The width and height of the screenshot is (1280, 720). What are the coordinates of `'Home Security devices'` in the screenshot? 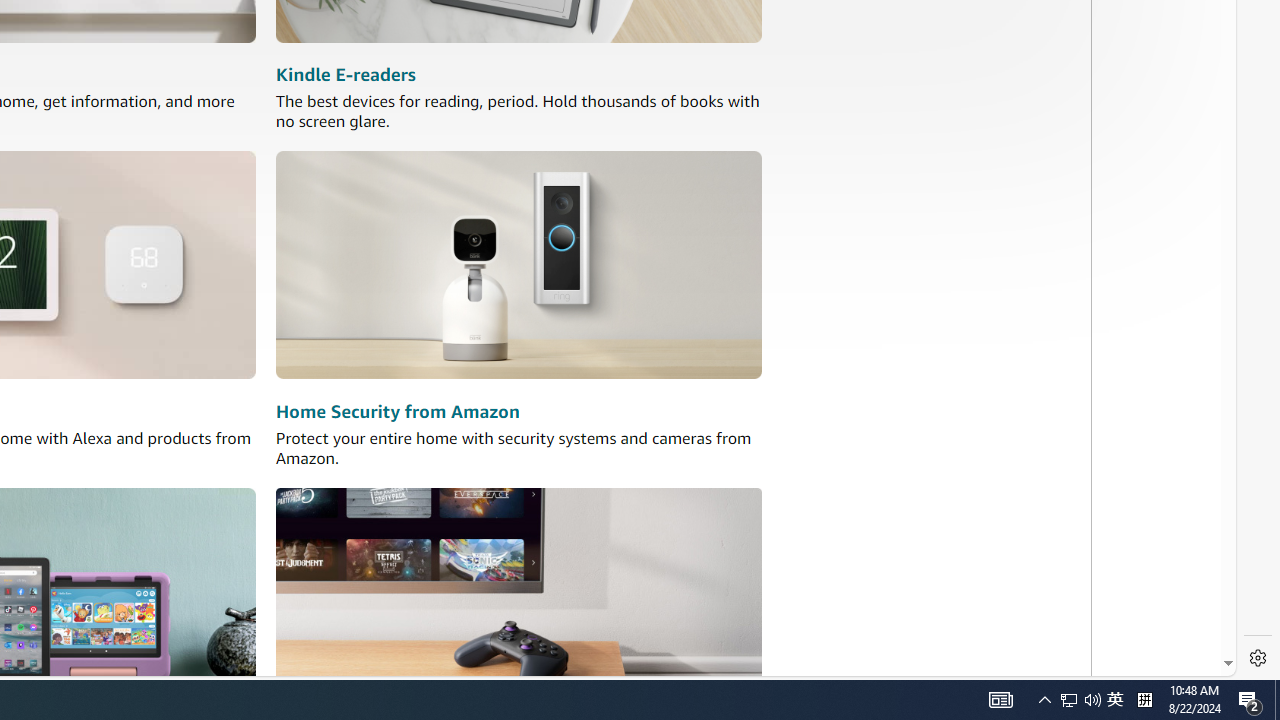 It's located at (519, 264).